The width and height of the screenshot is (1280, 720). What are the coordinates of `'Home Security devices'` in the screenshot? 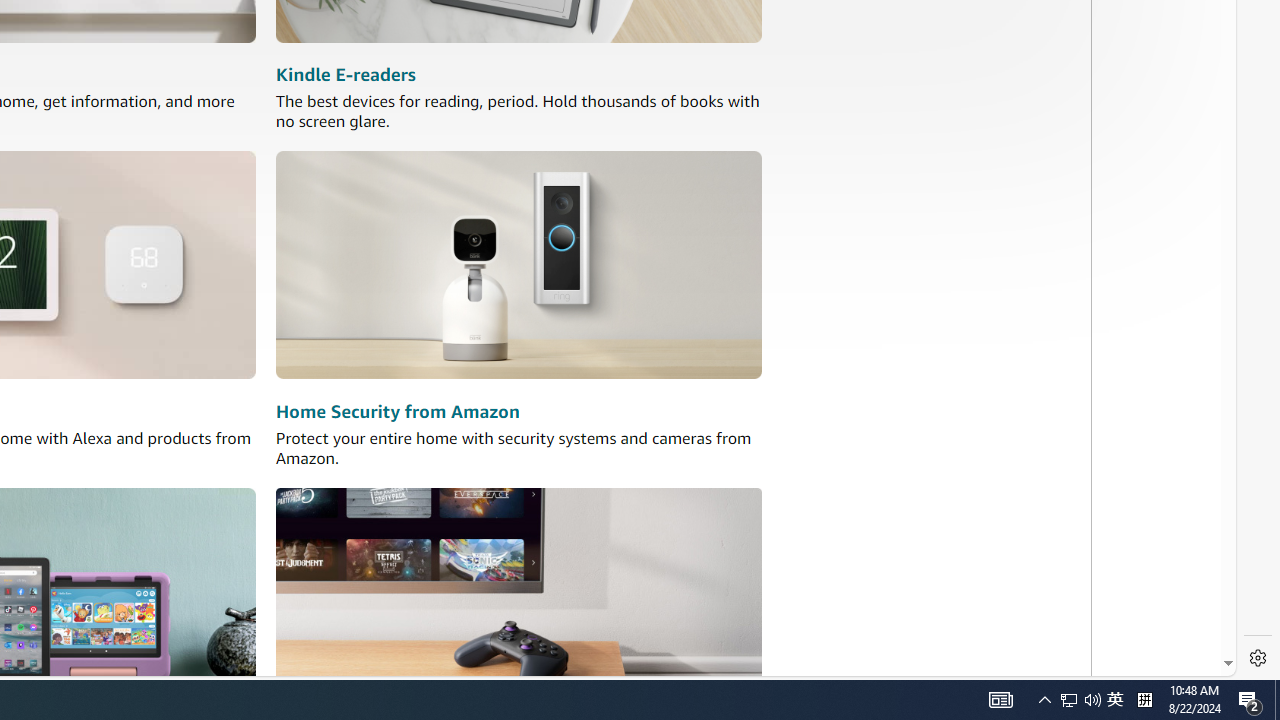 It's located at (519, 264).